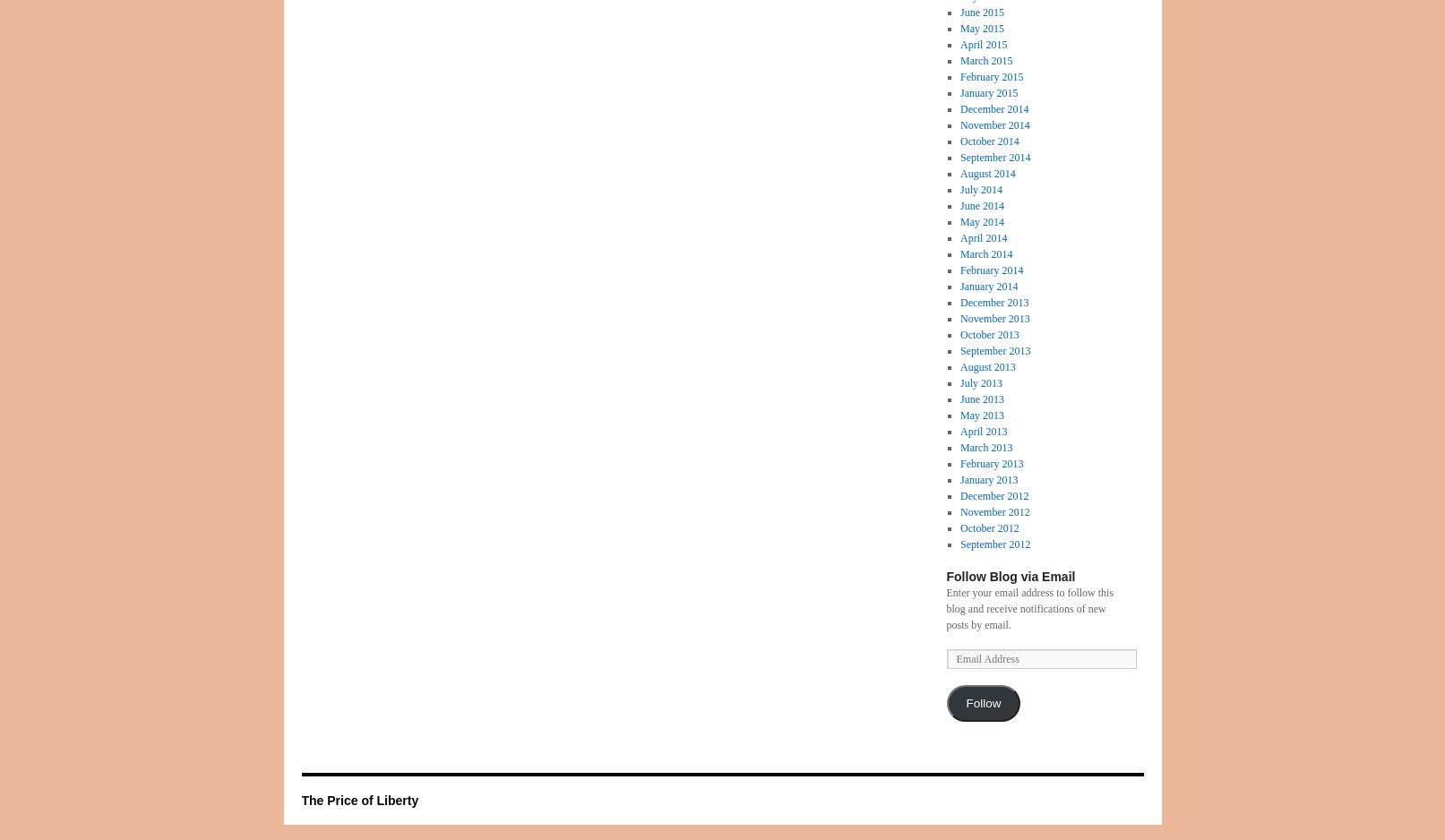  I want to click on 'June 2014', so click(959, 205).